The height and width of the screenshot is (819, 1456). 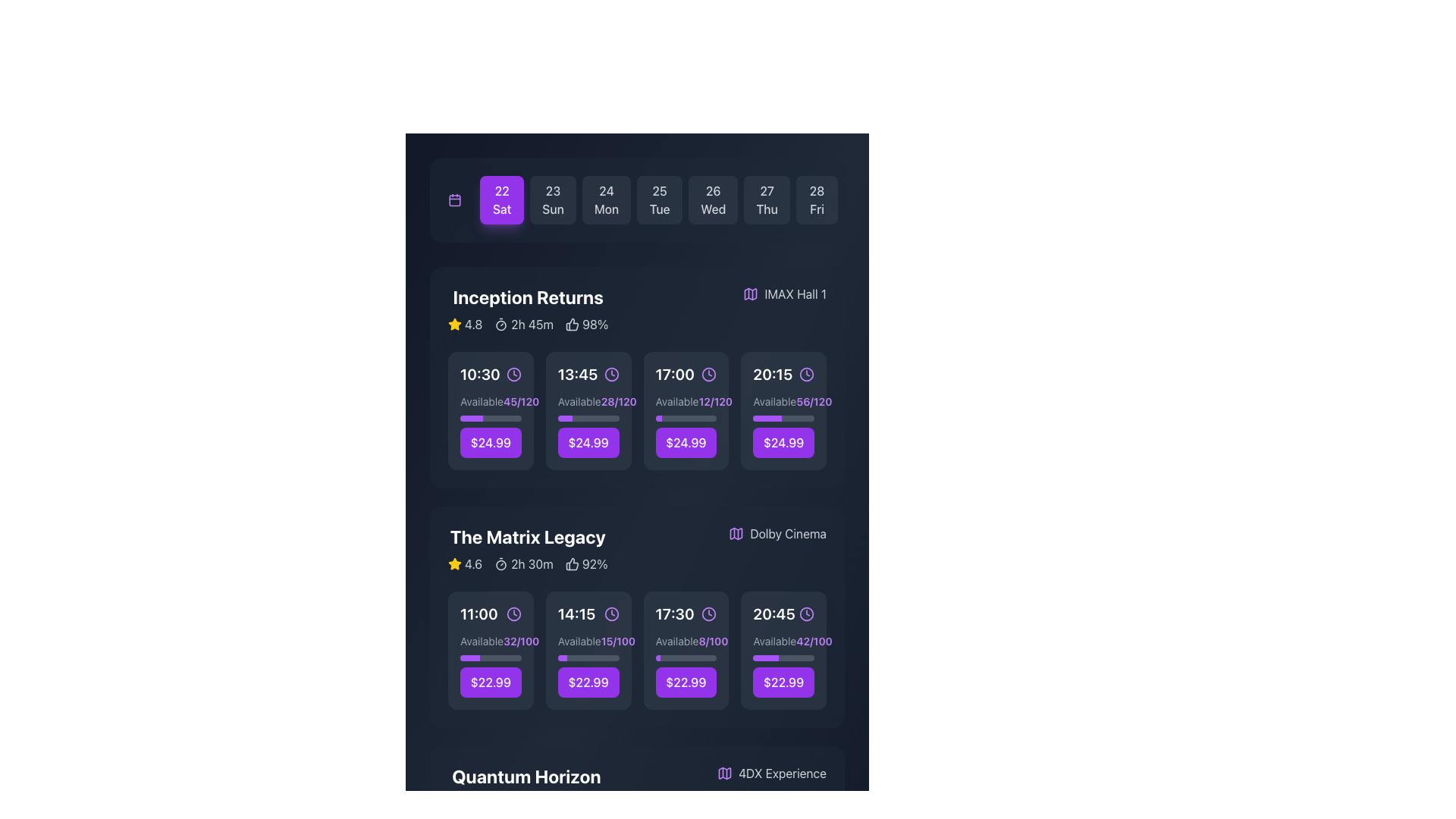 What do you see at coordinates (564, 649) in the screenshot?
I see `the sofa icon, which is a minimalistic design styled with a thin stroke, located within the 'Select Seats' button` at bounding box center [564, 649].